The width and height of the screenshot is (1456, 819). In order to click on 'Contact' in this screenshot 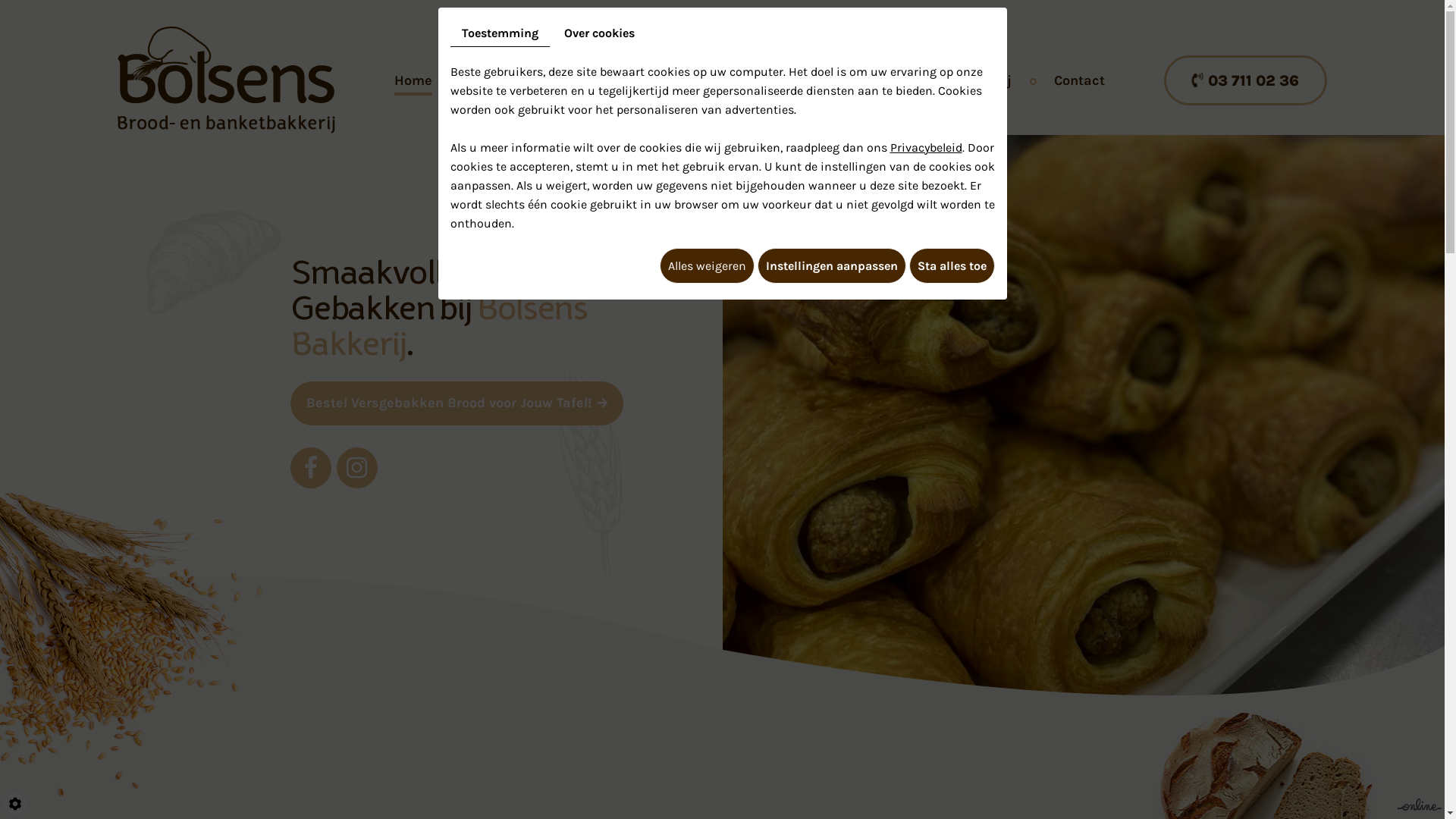, I will do `click(1078, 80)`.